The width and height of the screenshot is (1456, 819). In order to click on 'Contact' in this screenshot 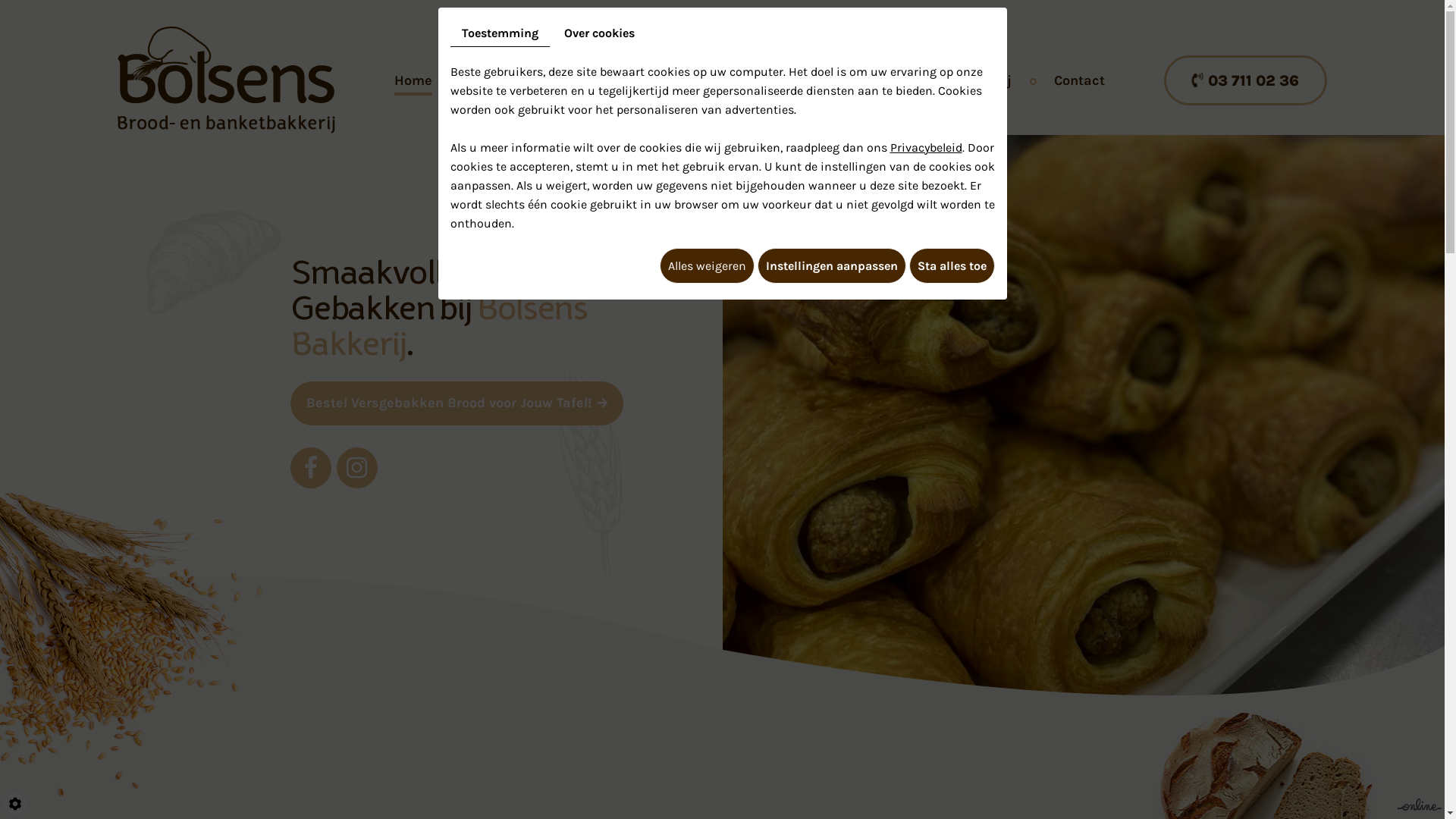, I will do `click(1078, 80)`.